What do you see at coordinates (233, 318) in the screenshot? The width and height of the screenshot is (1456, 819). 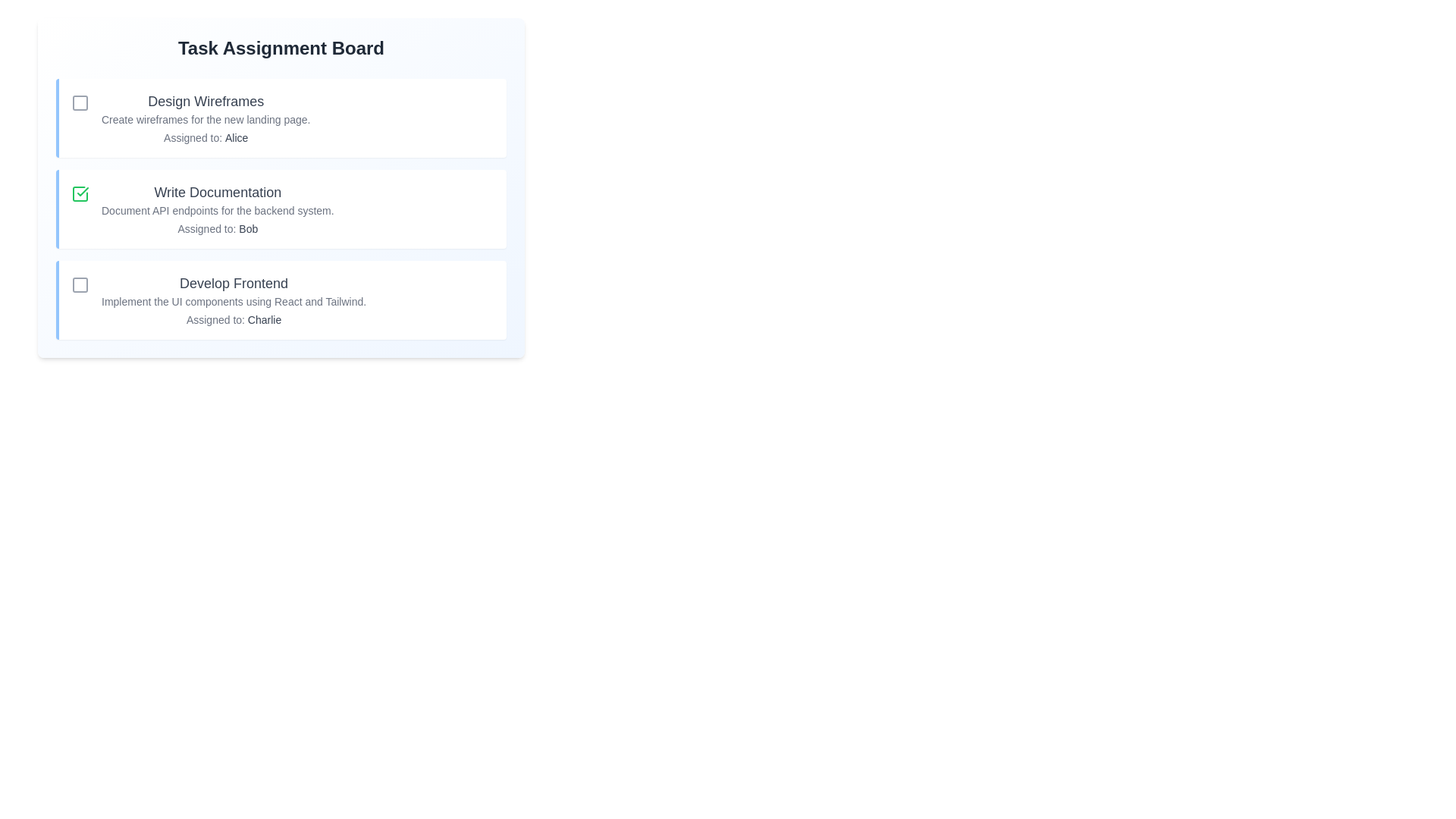 I see `the text label that states 'Assigned to: Charlie' located at the bottom of the 'Develop Frontend' task card, which is aligned to the left side` at bounding box center [233, 318].